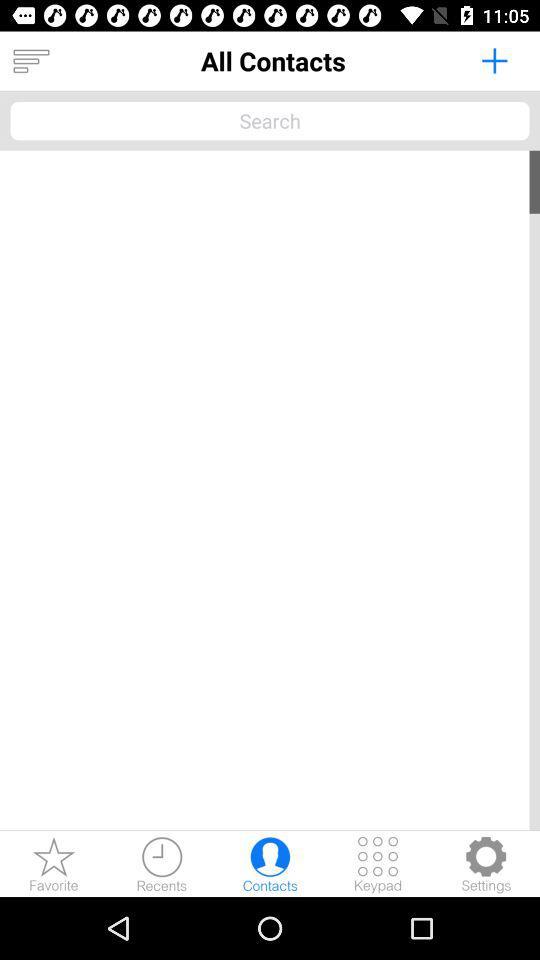 Image resolution: width=540 pixels, height=960 pixels. What do you see at coordinates (270, 489) in the screenshot?
I see `the item at the center` at bounding box center [270, 489].